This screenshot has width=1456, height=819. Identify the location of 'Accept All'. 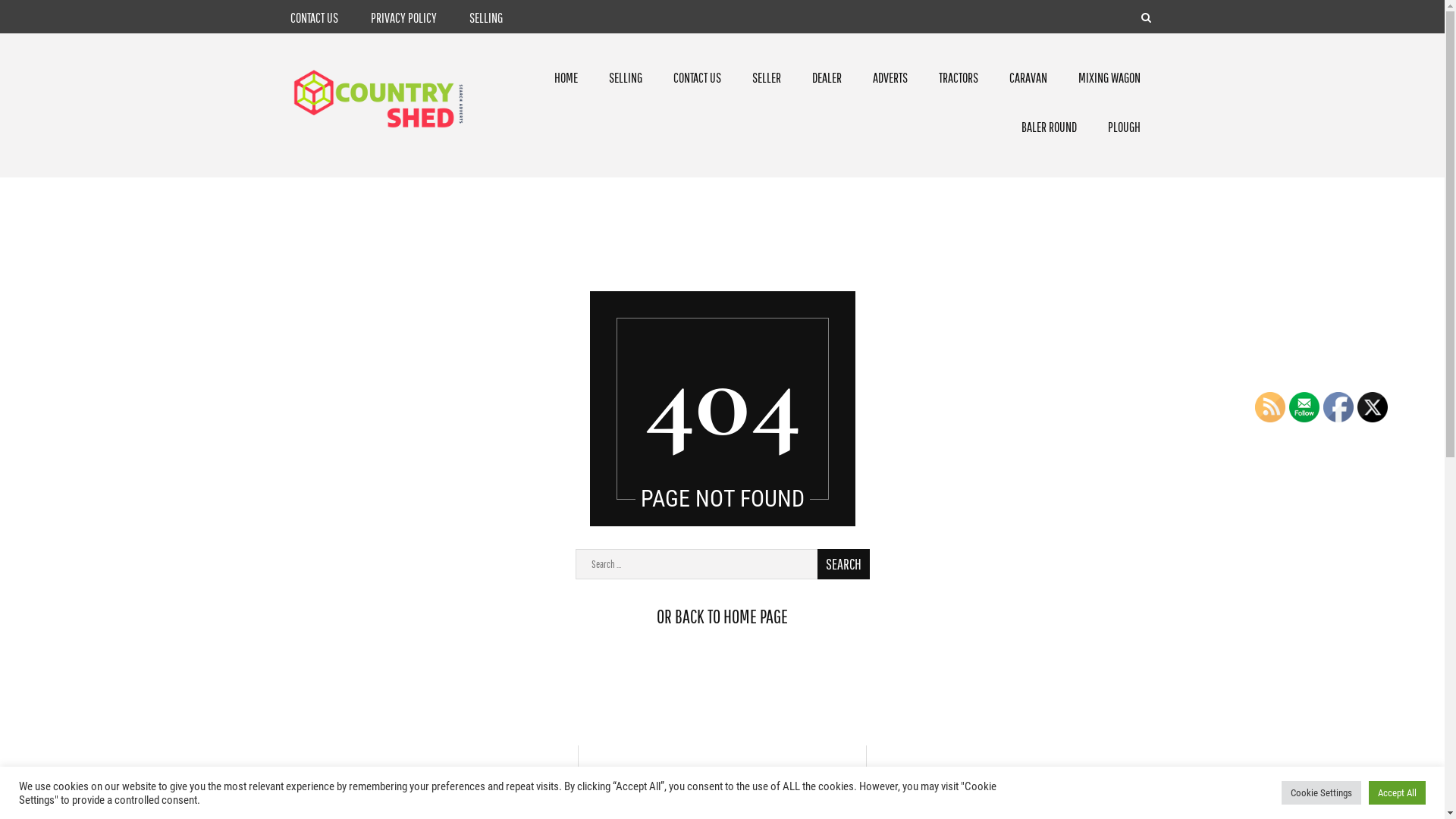
(1368, 792).